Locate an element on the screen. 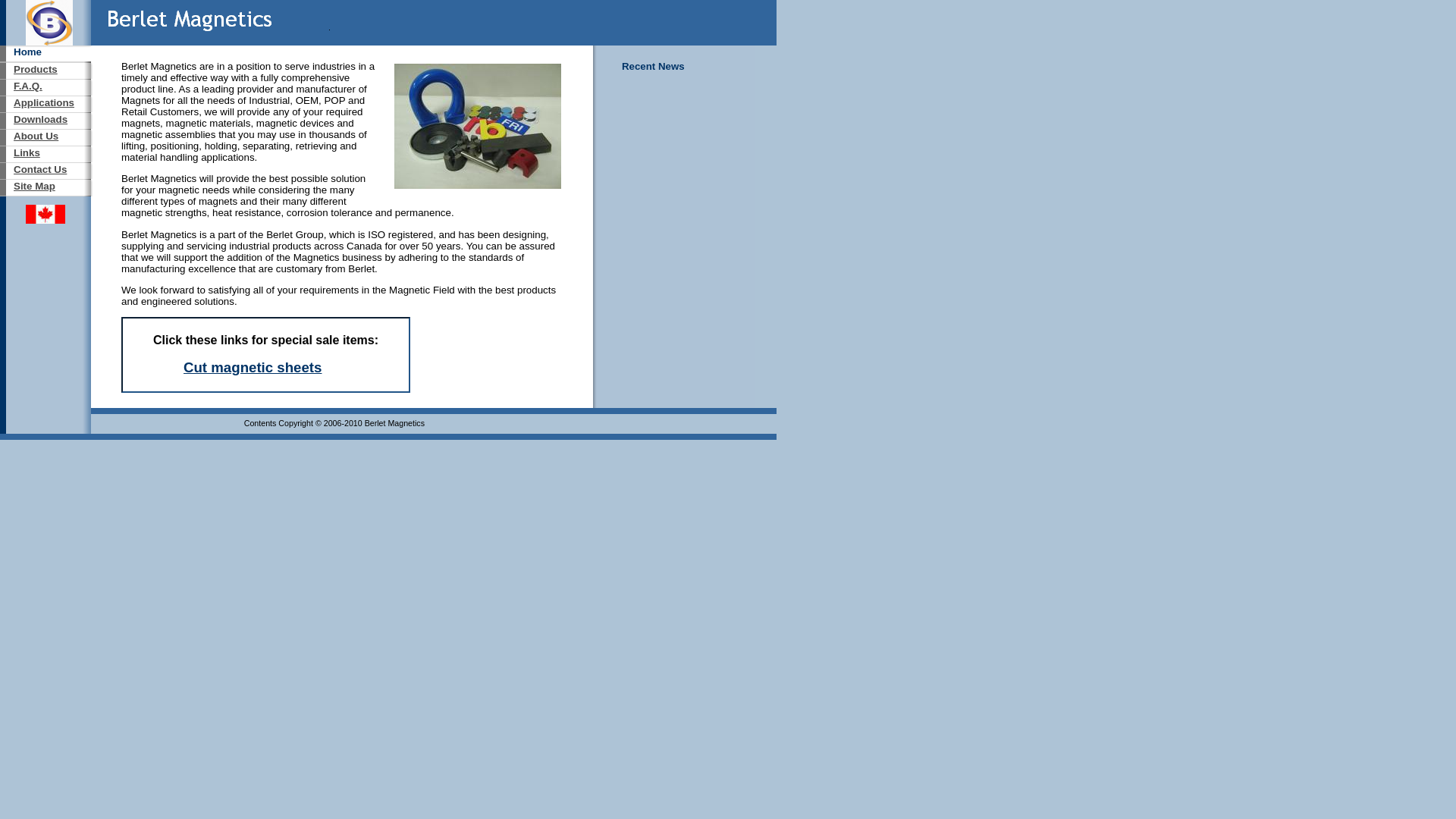 The height and width of the screenshot is (819, 1456). 'F.A.Q.' is located at coordinates (14, 86).